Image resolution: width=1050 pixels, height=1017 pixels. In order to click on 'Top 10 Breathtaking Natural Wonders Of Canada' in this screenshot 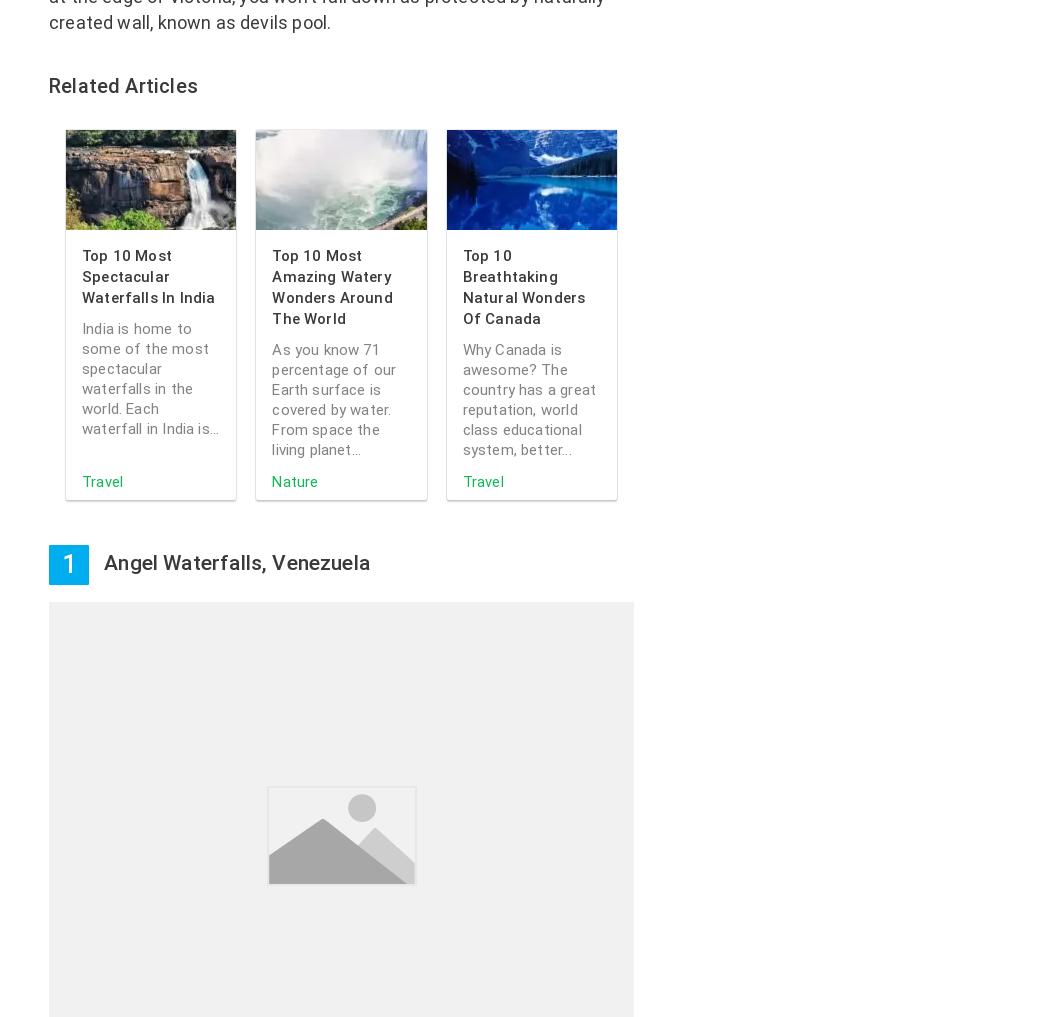, I will do `click(522, 287)`.